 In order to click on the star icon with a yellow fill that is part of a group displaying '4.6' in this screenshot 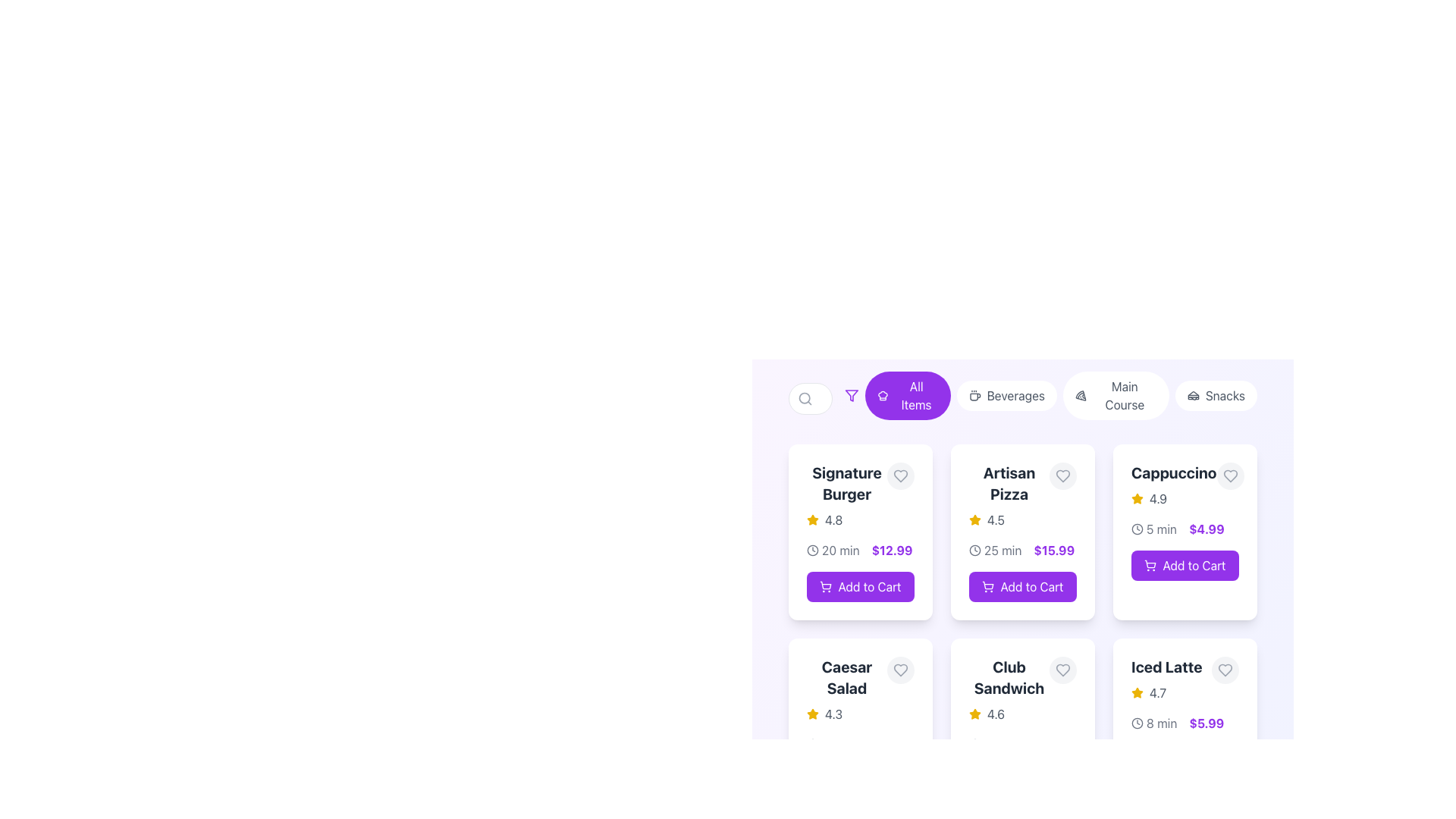, I will do `click(975, 714)`.